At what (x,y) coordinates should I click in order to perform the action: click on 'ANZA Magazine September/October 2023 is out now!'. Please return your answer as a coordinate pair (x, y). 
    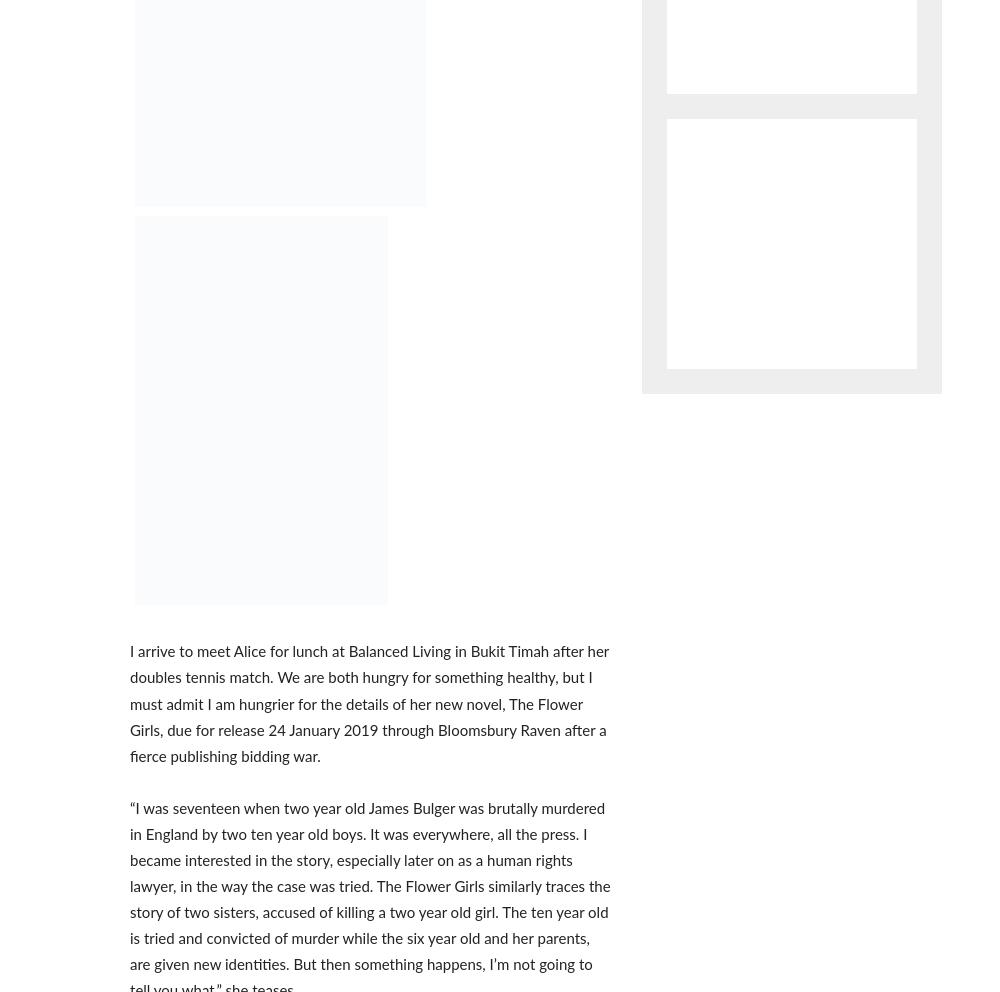
    Looking at the image, I should click on (130, 291).